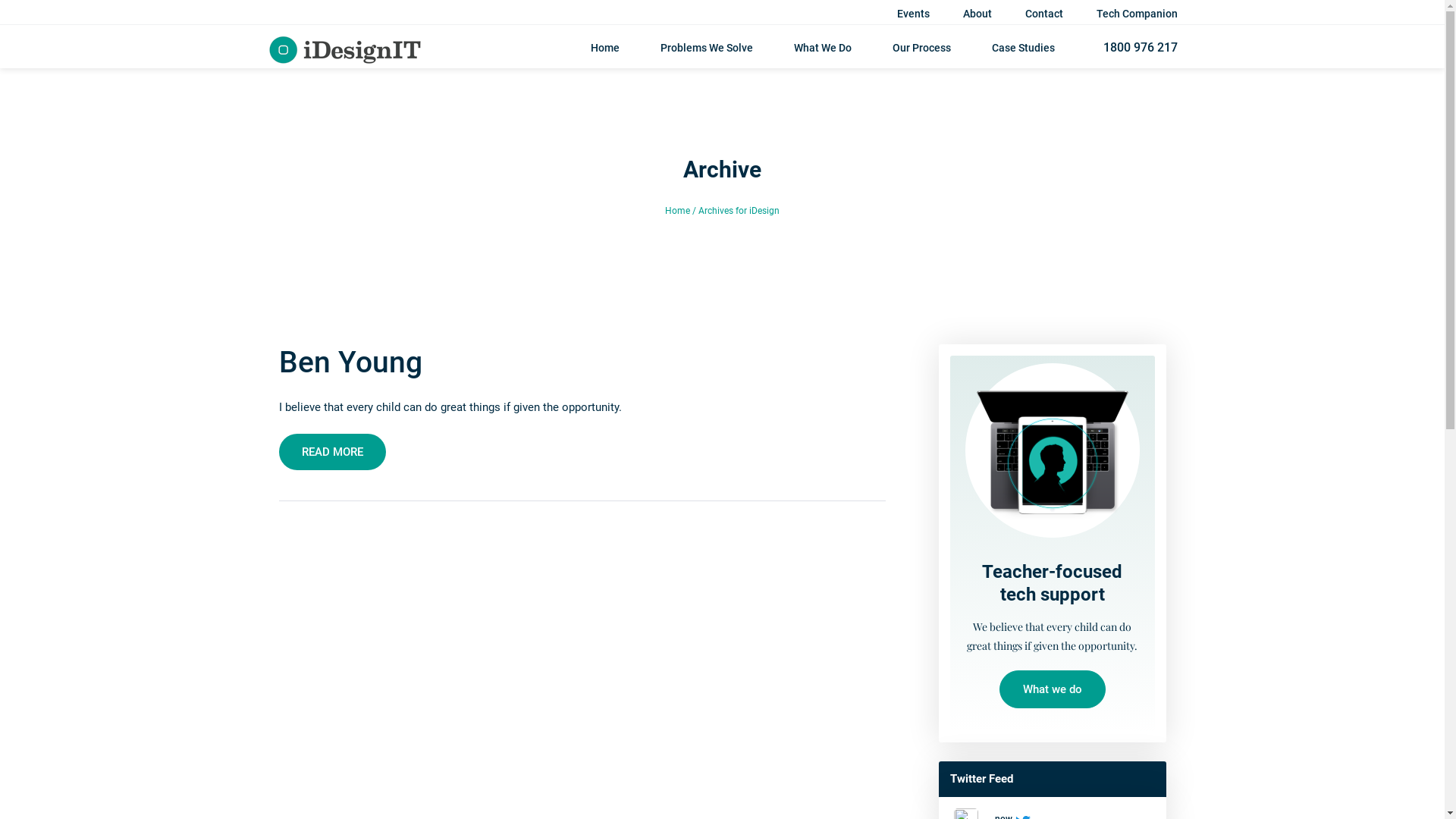 The width and height of the screenshot is (1456, 819). What do you see at coordinates (962, 14) in the screenshot?
I see `'About'` at bounding box center [962, 14].